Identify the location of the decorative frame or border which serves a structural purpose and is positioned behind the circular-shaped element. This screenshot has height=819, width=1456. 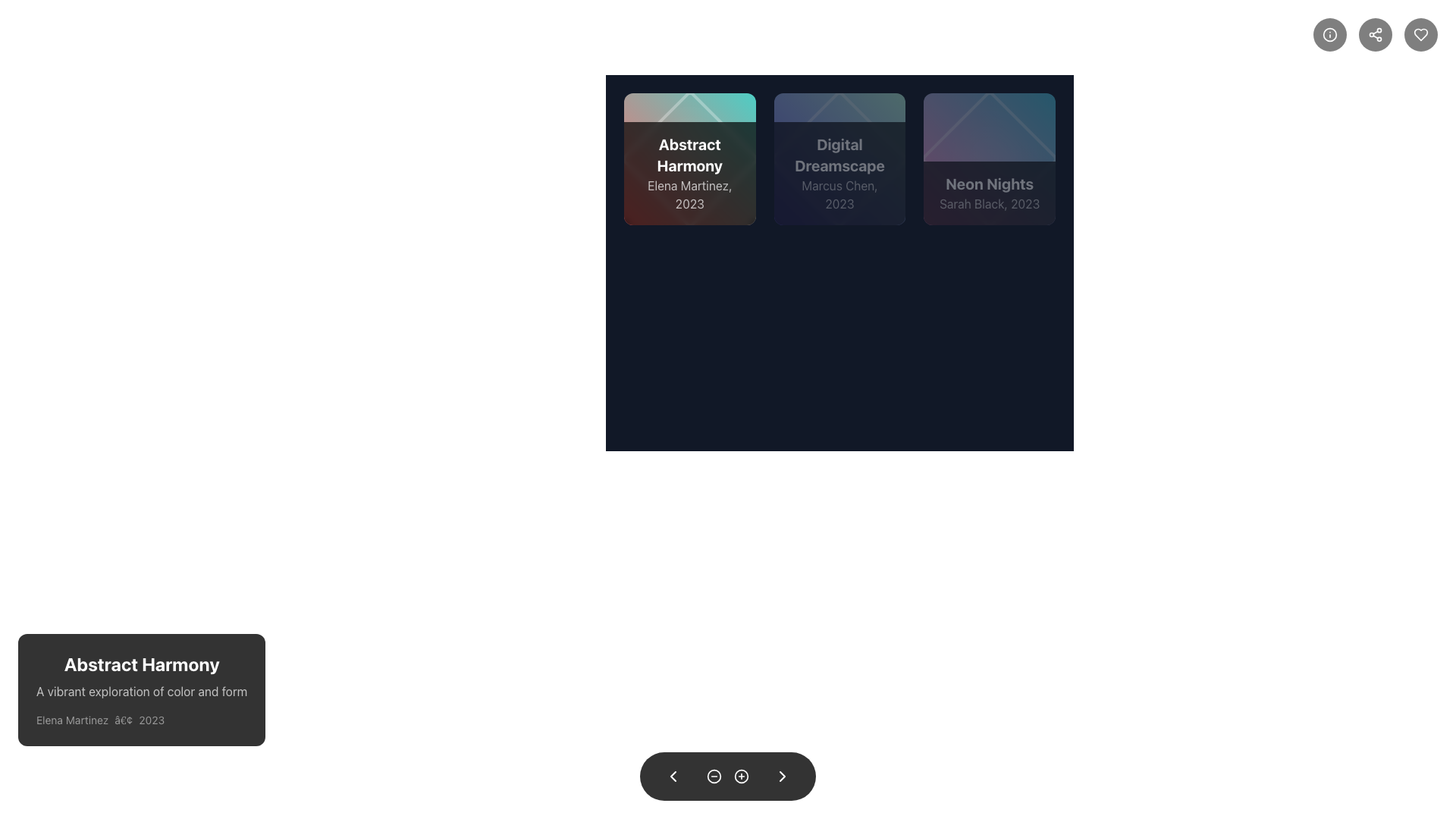
(689, 158).